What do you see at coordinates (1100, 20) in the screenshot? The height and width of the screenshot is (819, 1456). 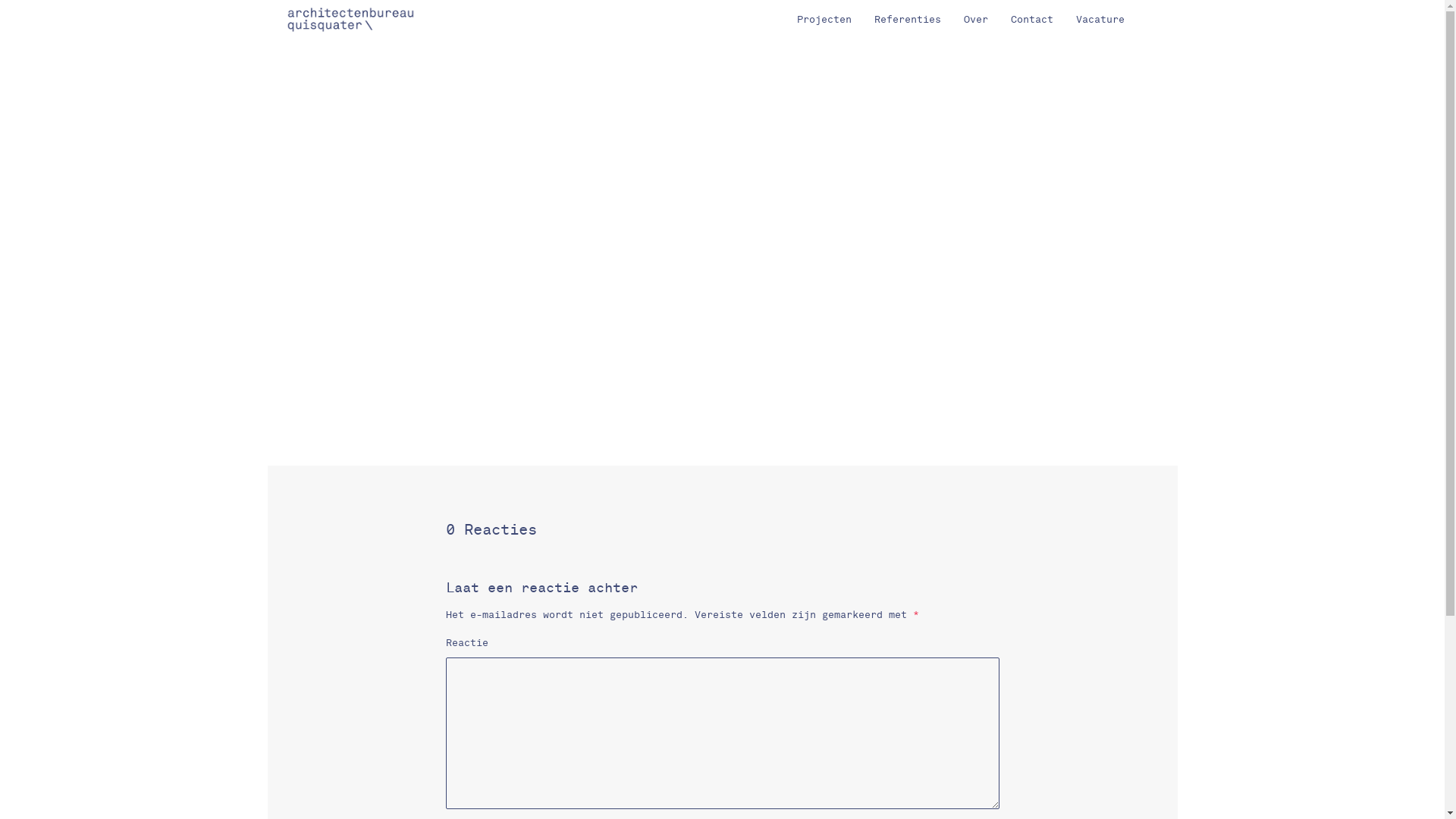 I see `'Vacature'` at bounding box center [1100, 20].